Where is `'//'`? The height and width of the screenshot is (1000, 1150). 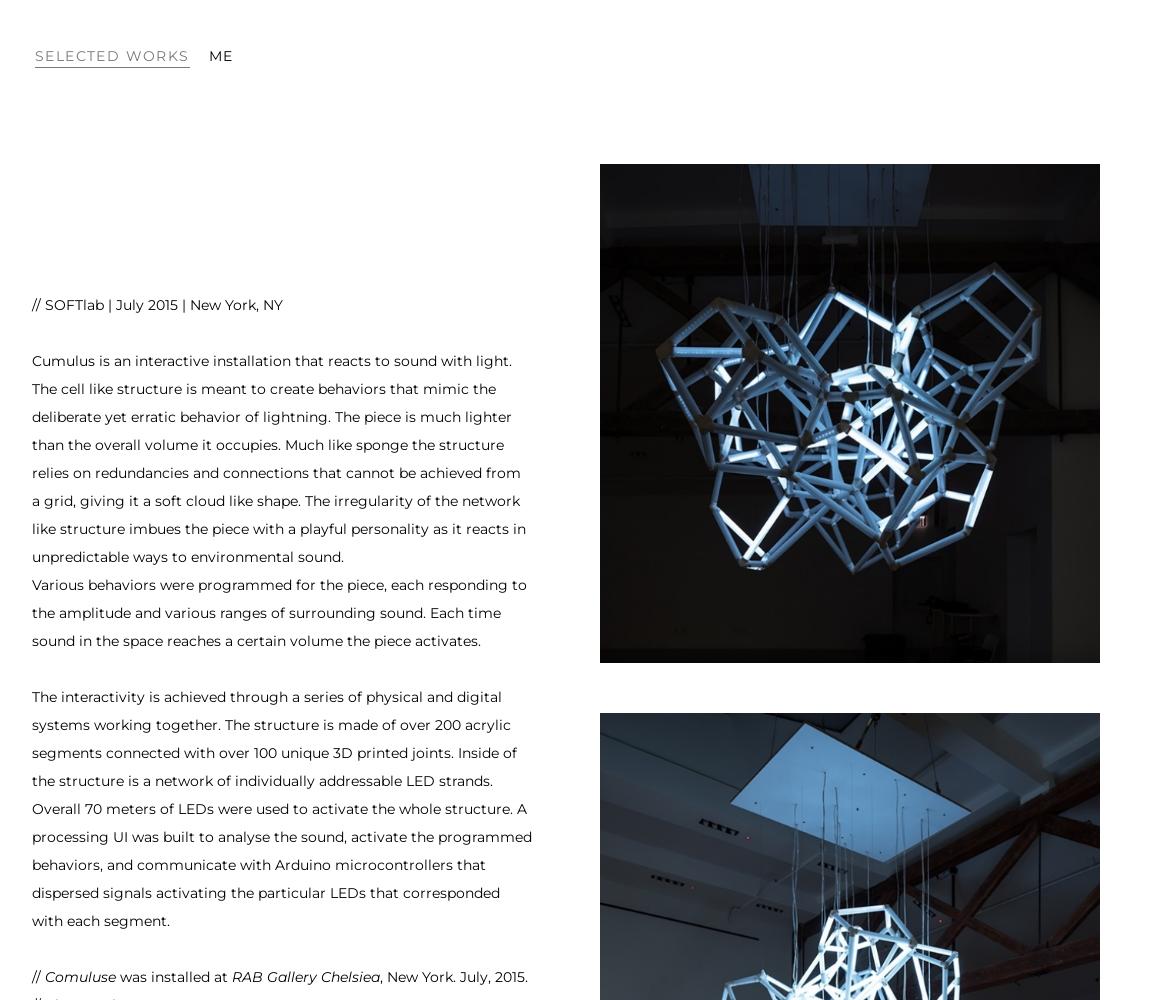
'//' is located at coordinates (37, 976).